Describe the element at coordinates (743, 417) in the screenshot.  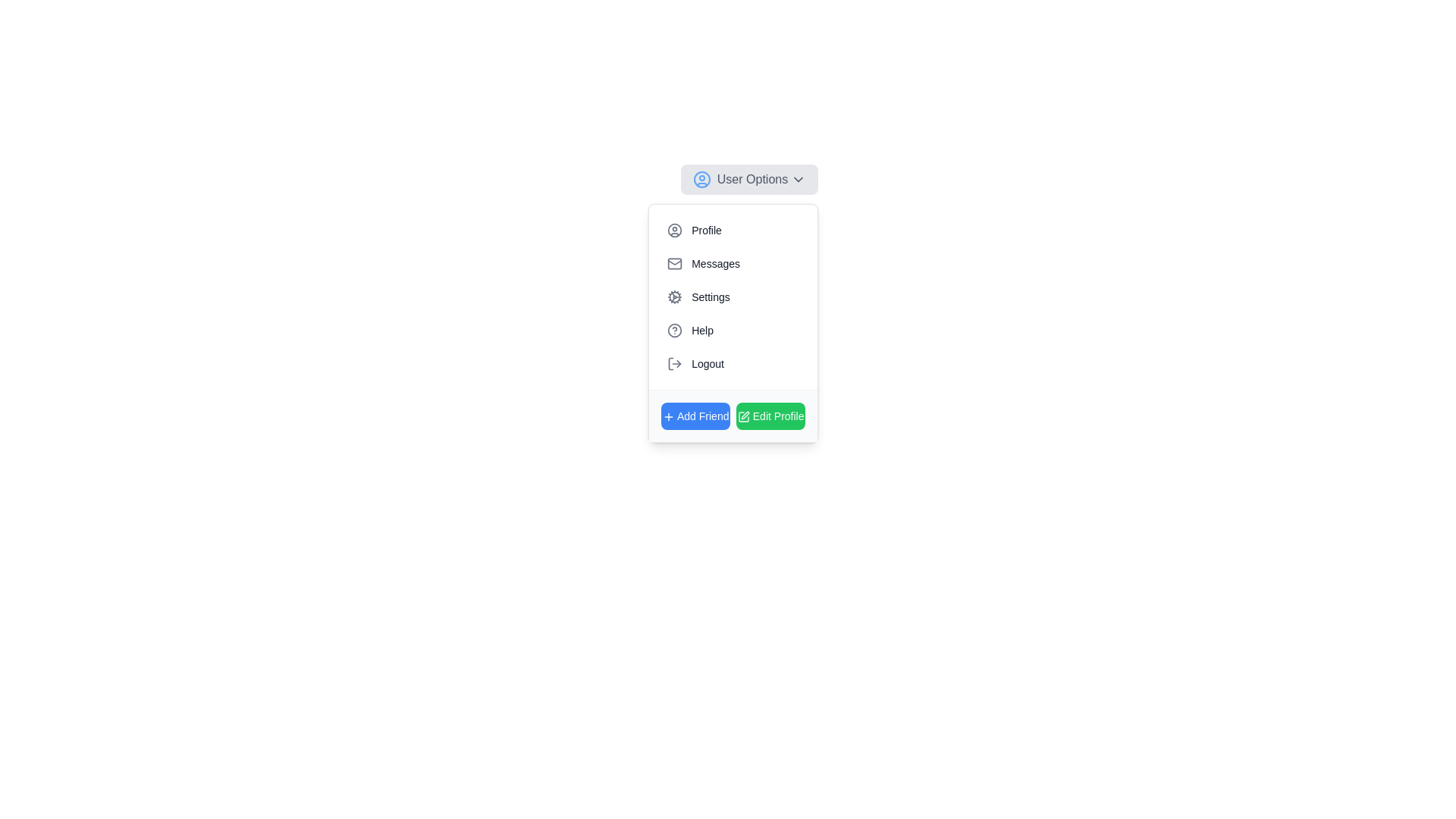
I see `the square icon with a pen inside, located within the 'Edit Profile' button with a green background` at that location.